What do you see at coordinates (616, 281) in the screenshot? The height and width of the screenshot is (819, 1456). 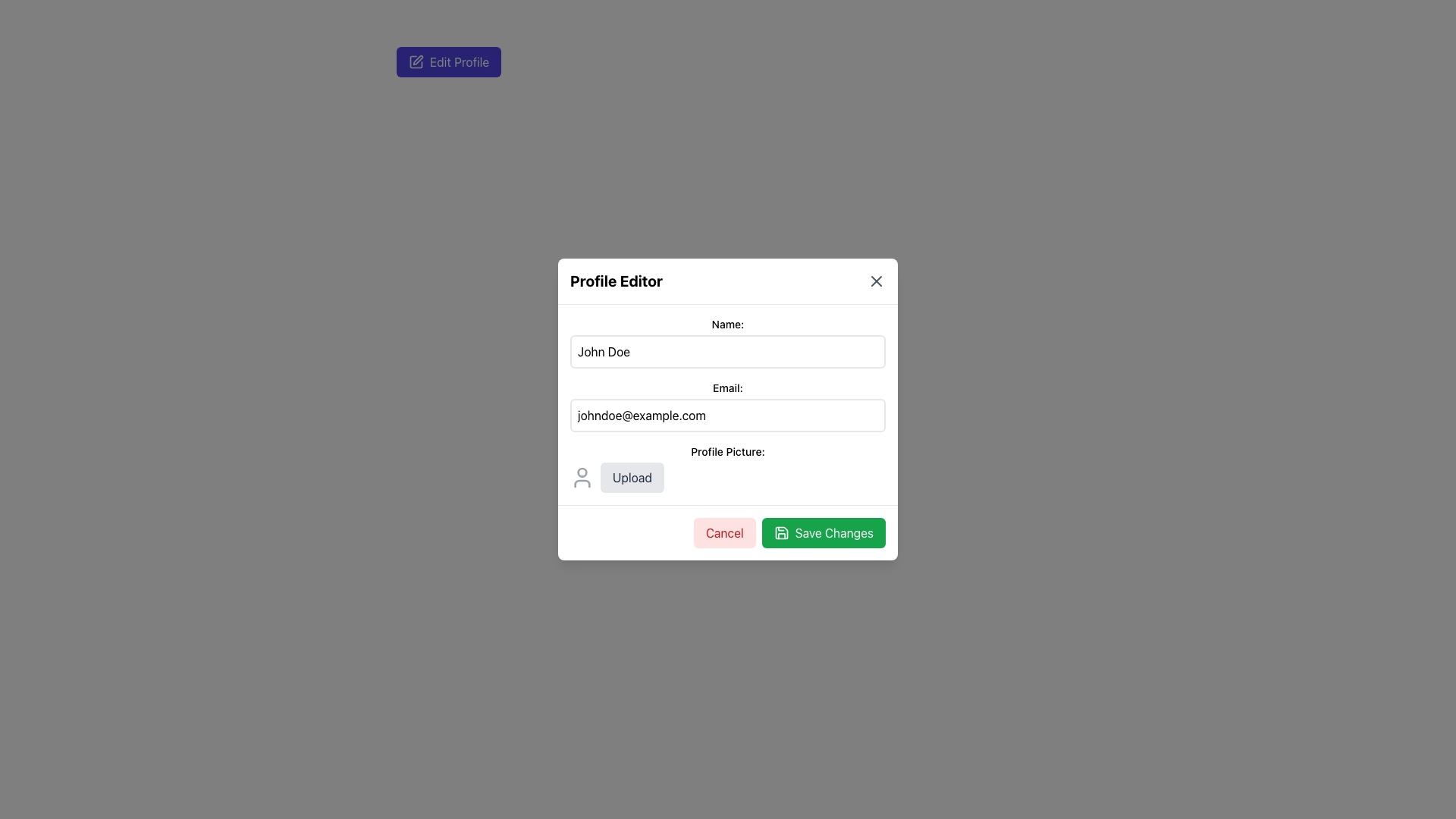 I see `text of the 'Profile Editor' label, which is a bold, large-sized font at the top of the modal dialog box` at bounding box center [616, 281].